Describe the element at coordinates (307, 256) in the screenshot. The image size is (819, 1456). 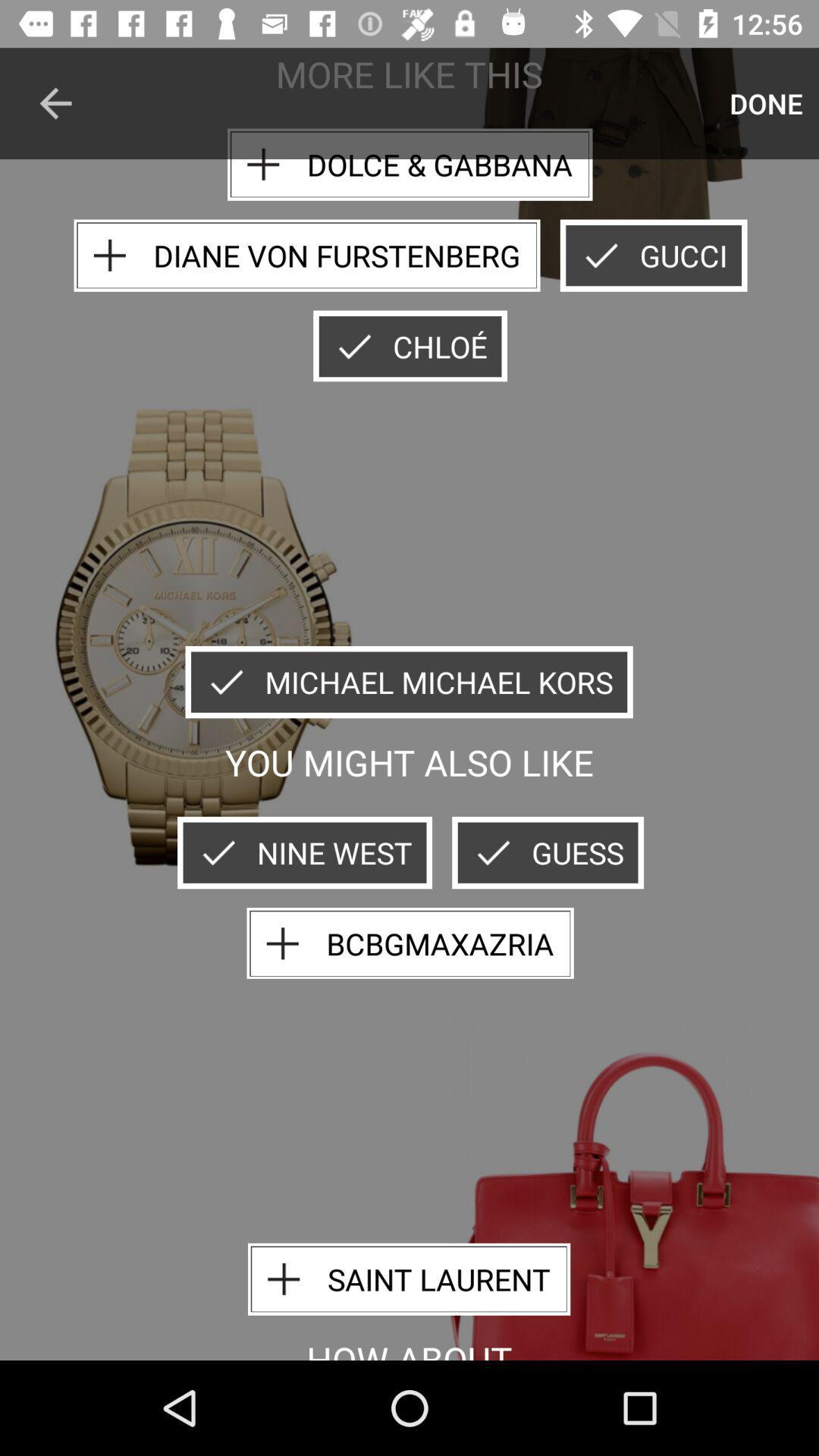
I see `diane von furstenberg` at that location.